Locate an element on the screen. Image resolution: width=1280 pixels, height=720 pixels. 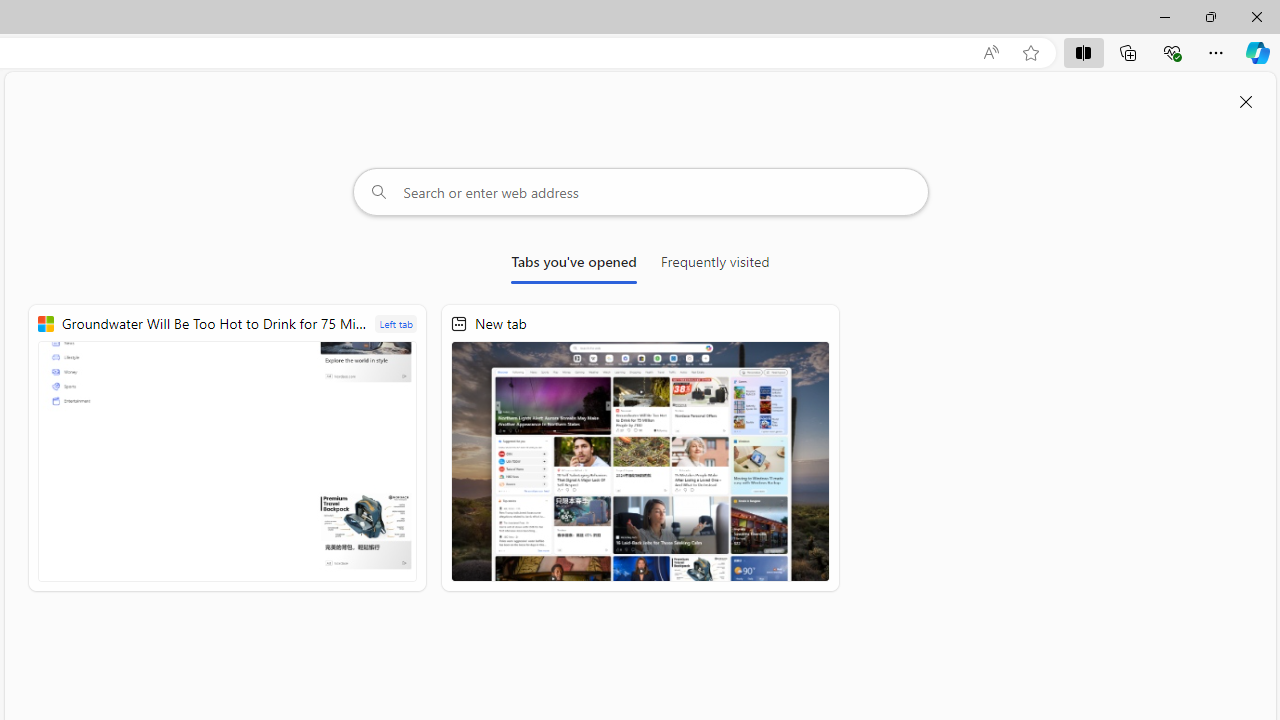
'Restore' is located at coordinates (1209, 16).